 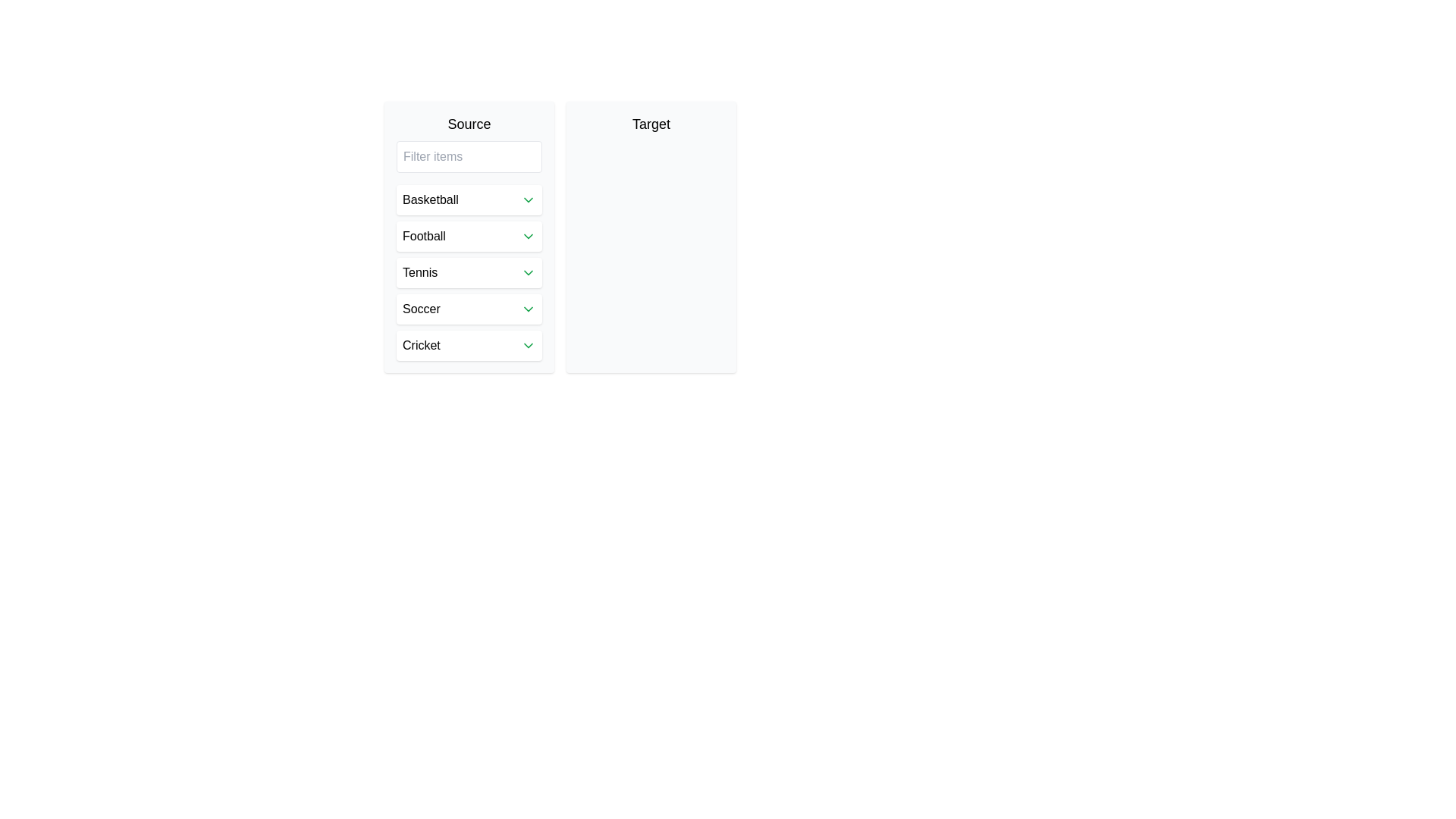 I want to click on the 'Soccer' dropdown menu item, so click(x=469, y=309).